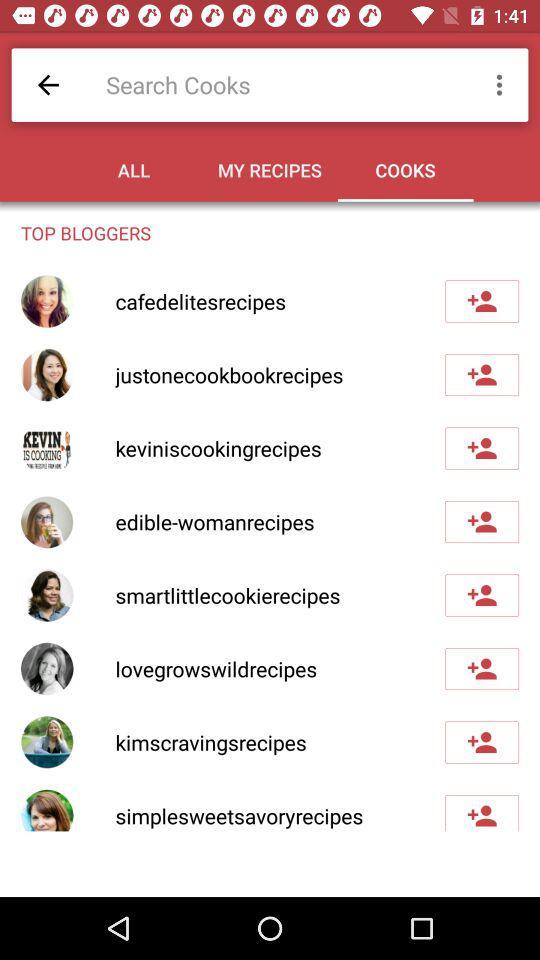  I want to click on friend, so click(481, 448).